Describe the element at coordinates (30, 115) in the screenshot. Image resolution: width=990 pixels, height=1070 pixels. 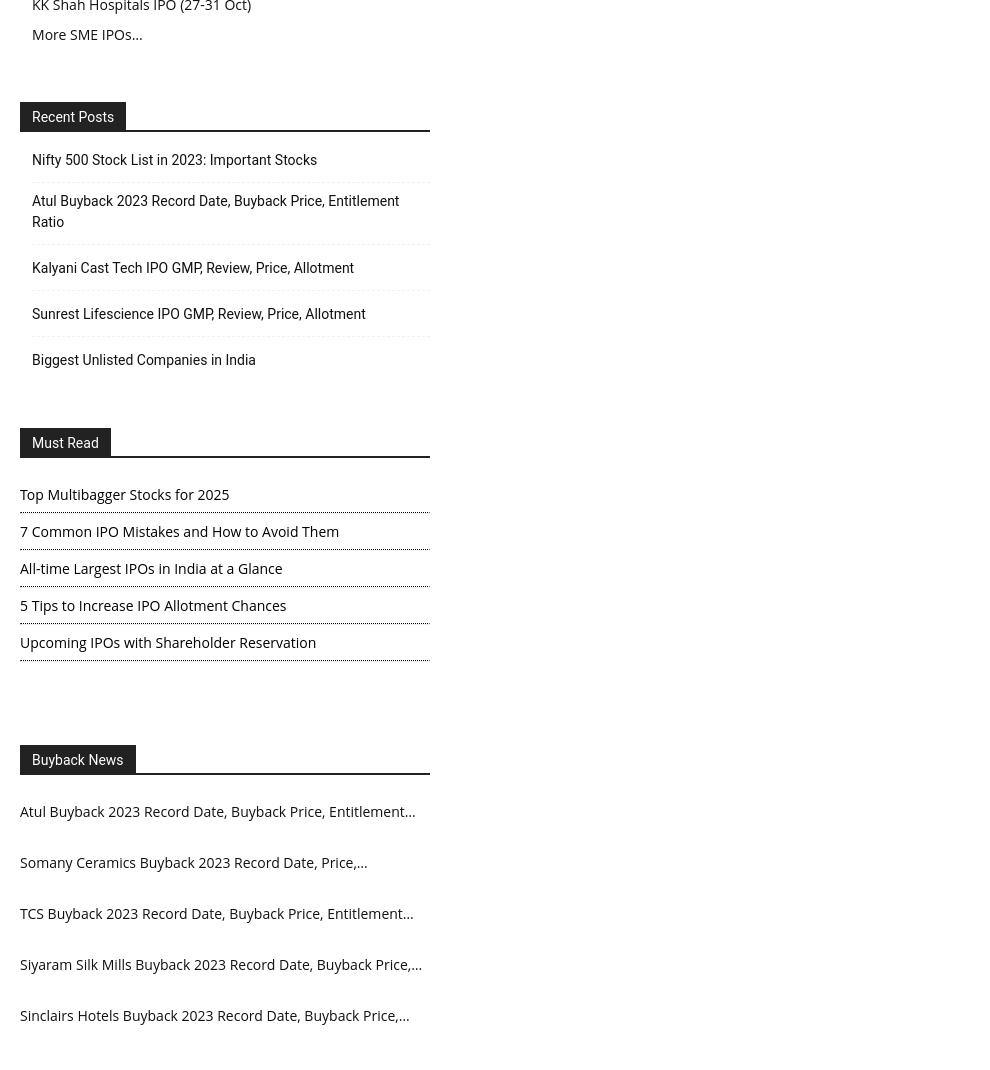
I see `'Recent Posts'` at that location.